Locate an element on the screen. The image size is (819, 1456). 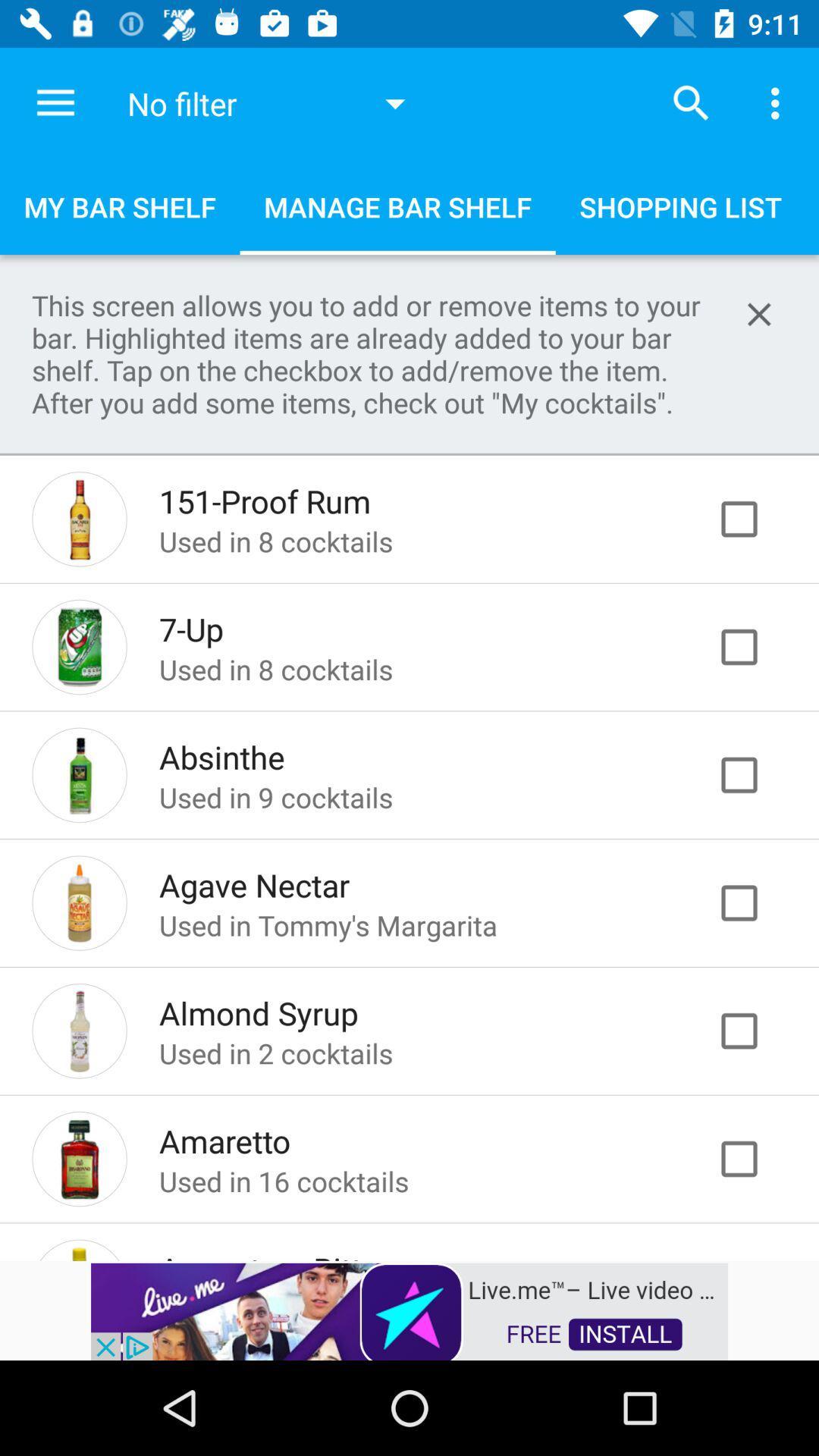
help is located at coordinates (759, 313).